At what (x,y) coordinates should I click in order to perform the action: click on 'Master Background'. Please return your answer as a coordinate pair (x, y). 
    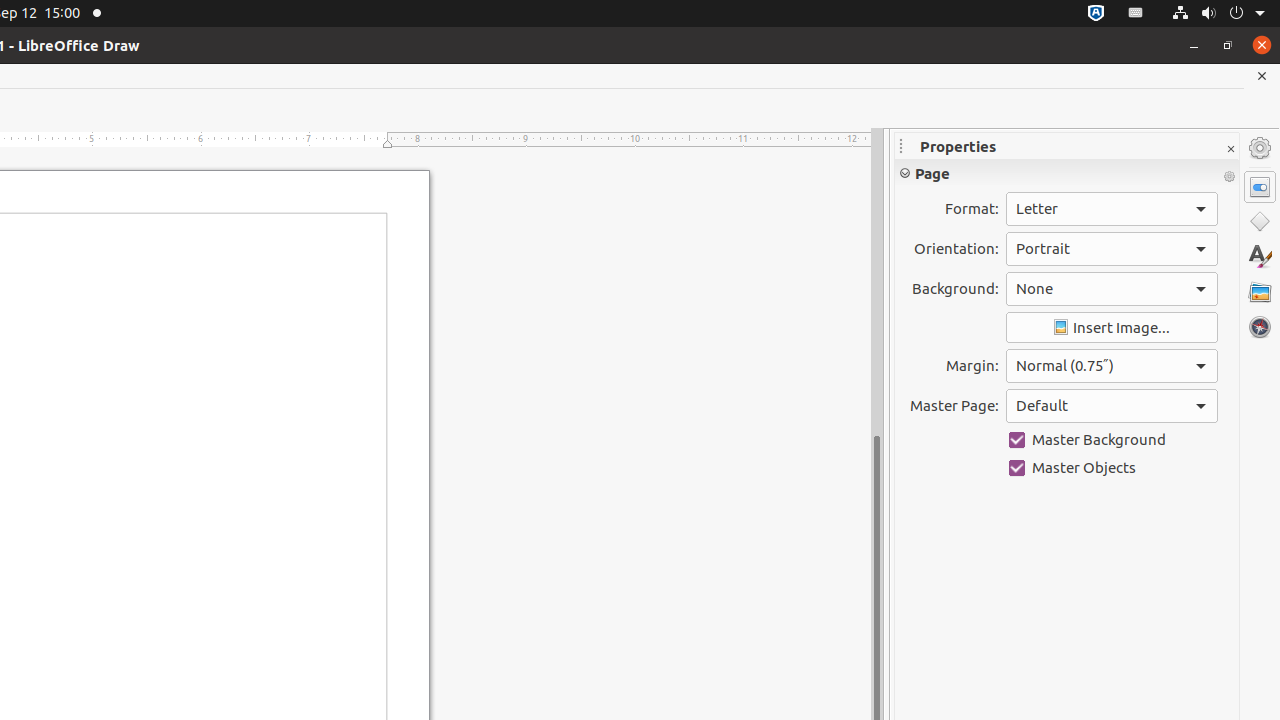
    Looking at the image, I should click on (1110, 438).